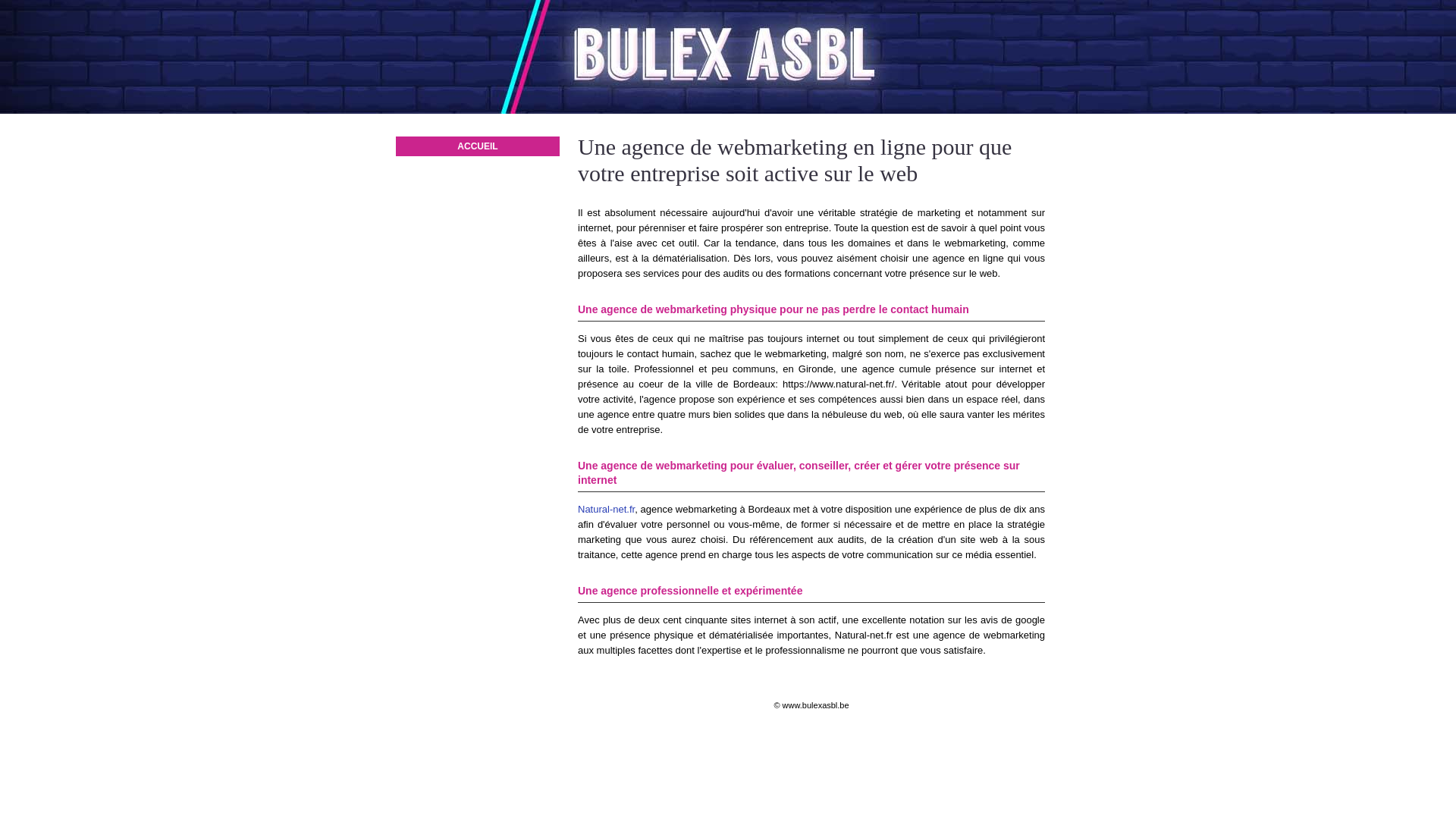 The width and height of the screenshot is (1456, 819). I want to click on 'ACCUEIL', so click(476, 146).